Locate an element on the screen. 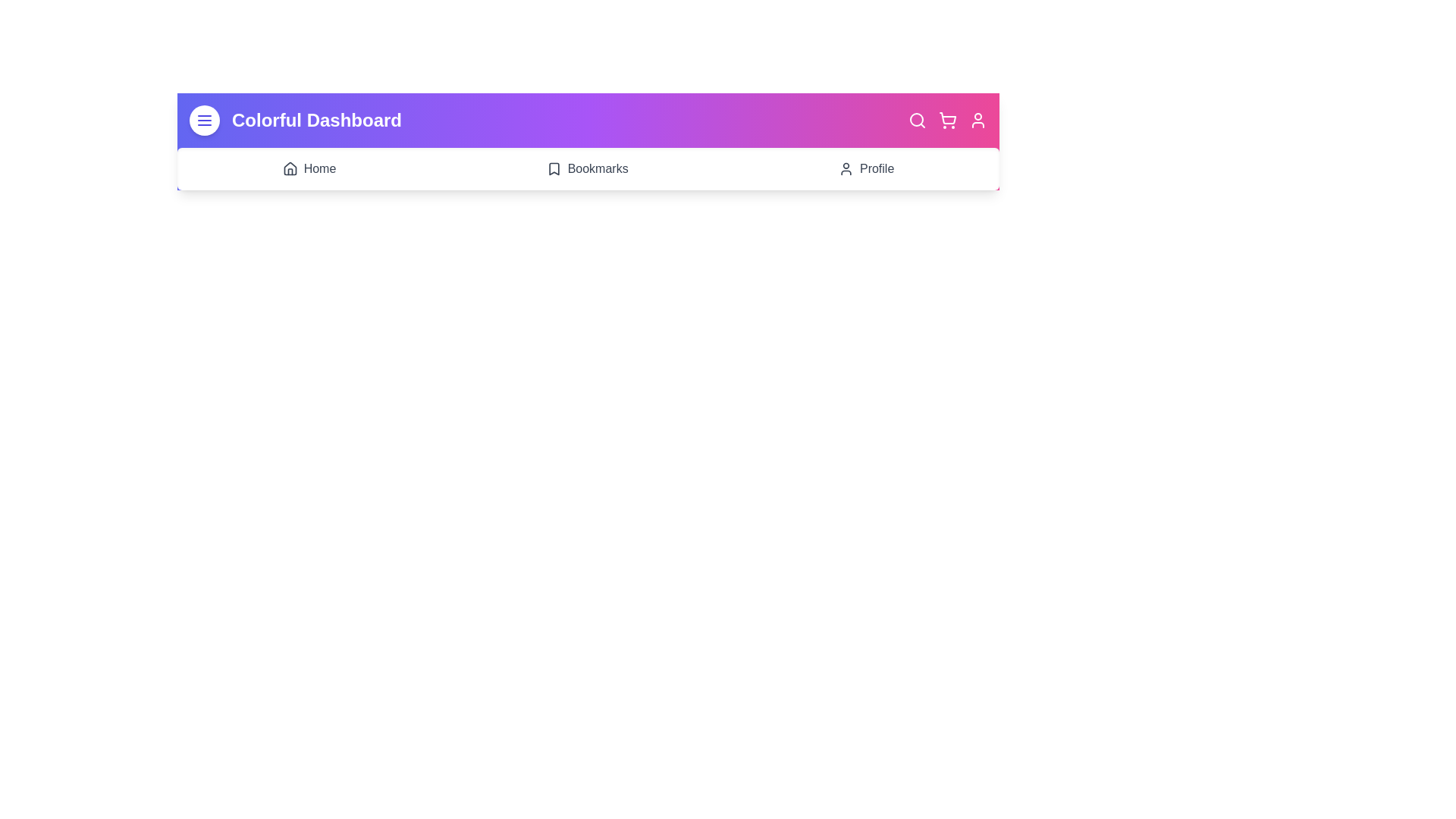 This screenshot has height=819, width=1456. the interactive element Menu Button to observe visual feedback is located at coordinates (203, 119).